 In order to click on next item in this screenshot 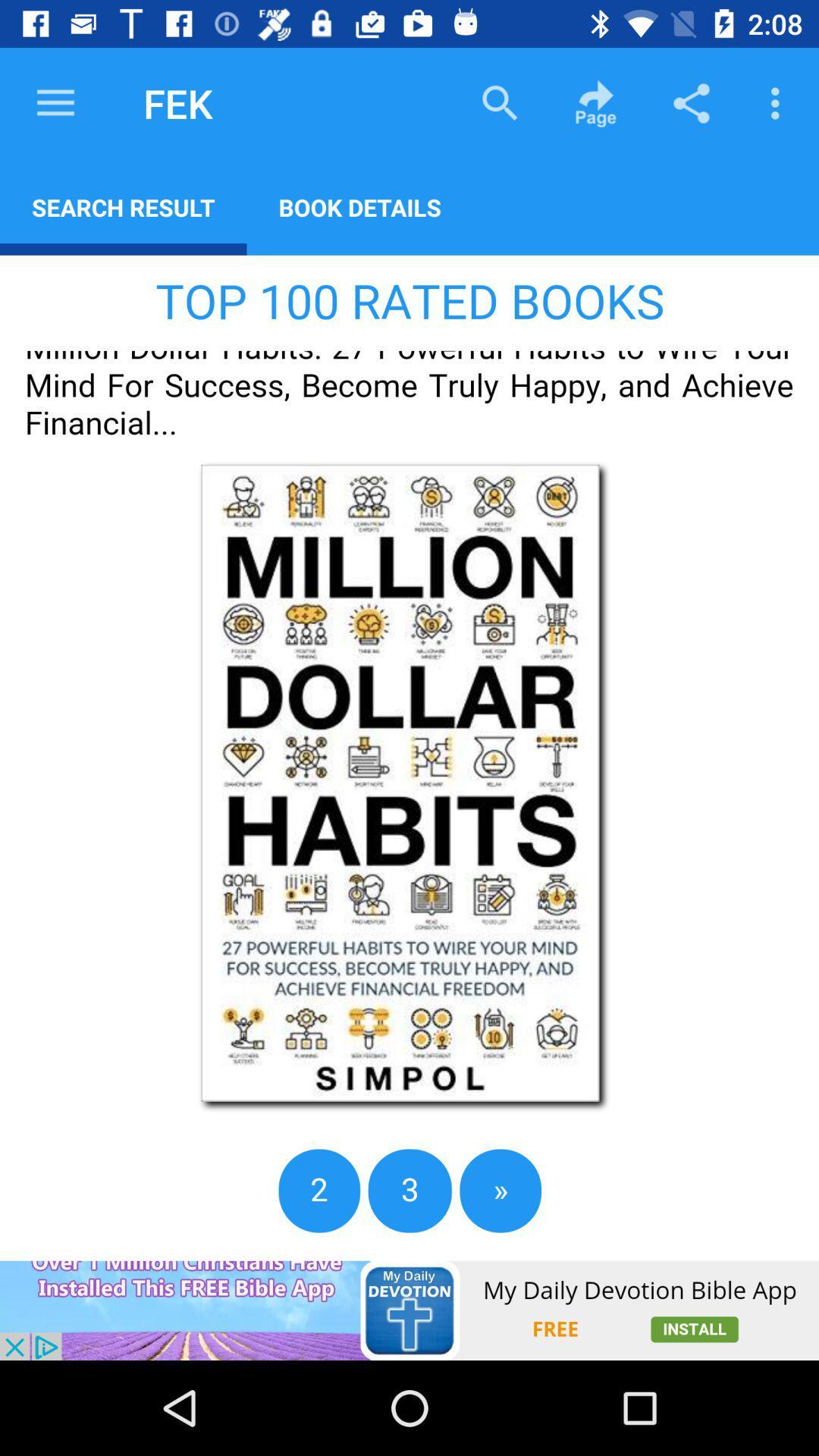, I will do `click(409, 758)`.